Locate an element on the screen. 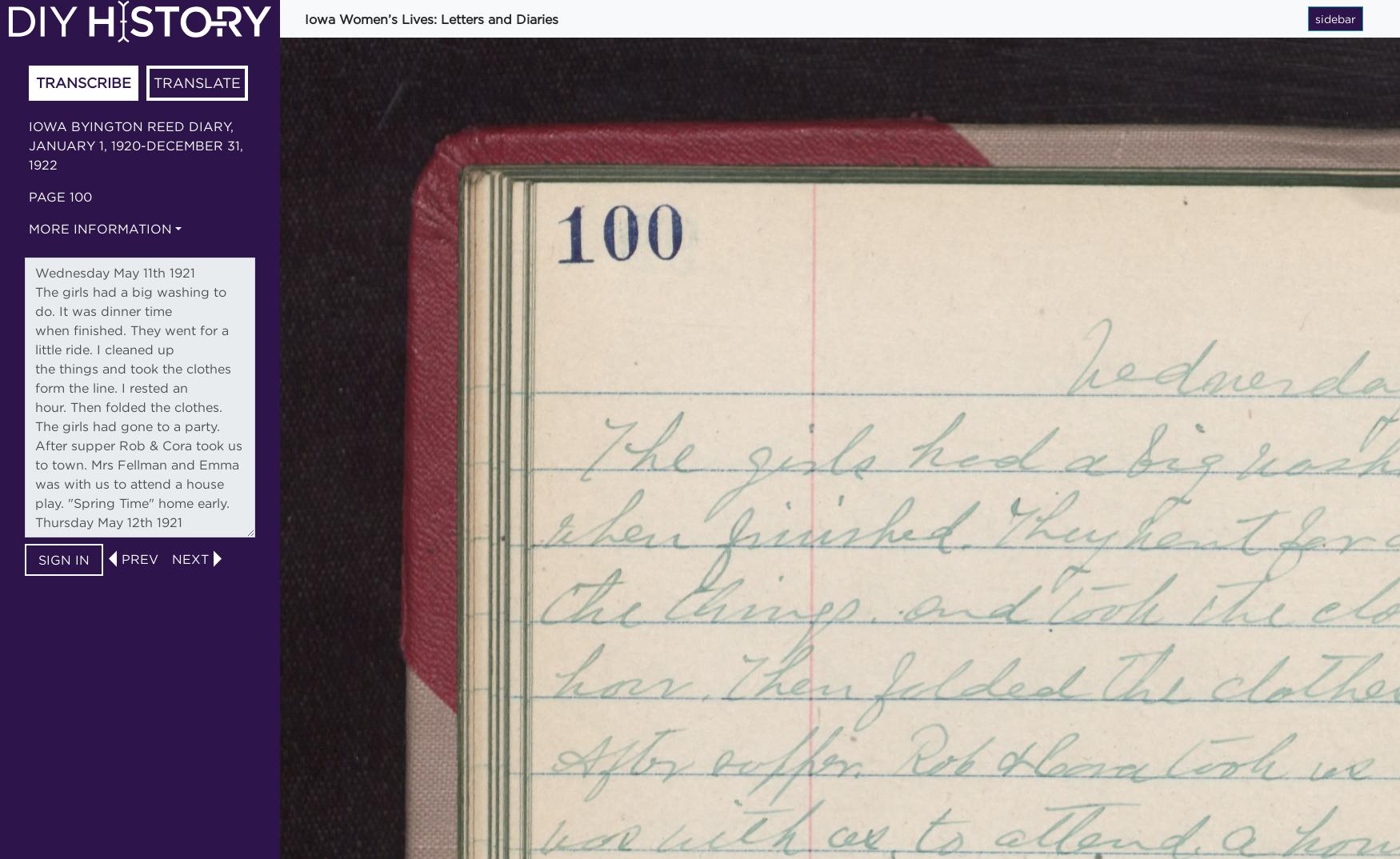 The image size is (1400, 859). 'Translate' is located at coordinates (197, 82).